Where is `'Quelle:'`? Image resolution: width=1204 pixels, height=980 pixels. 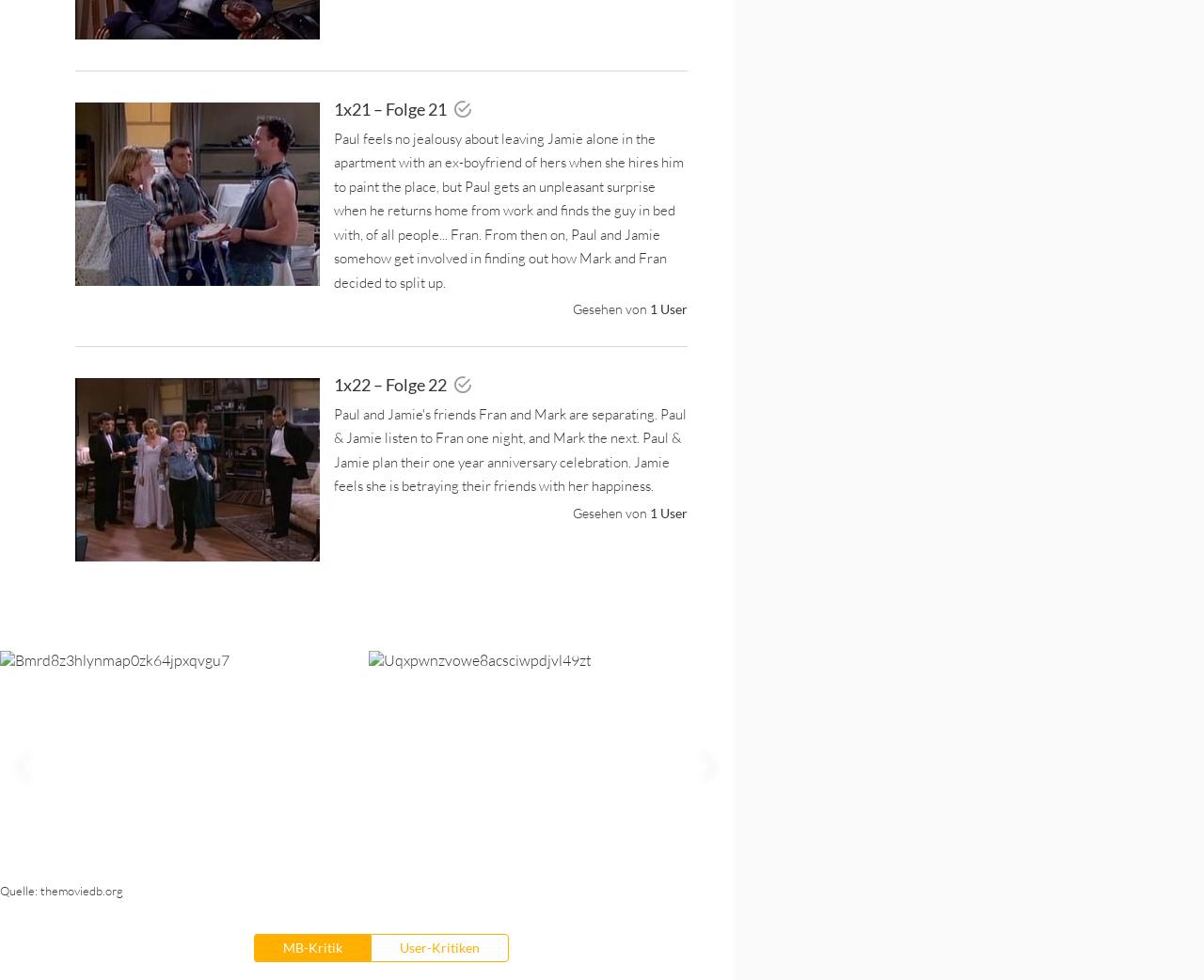 'Quelle:' is located at coordinates (20, 889).